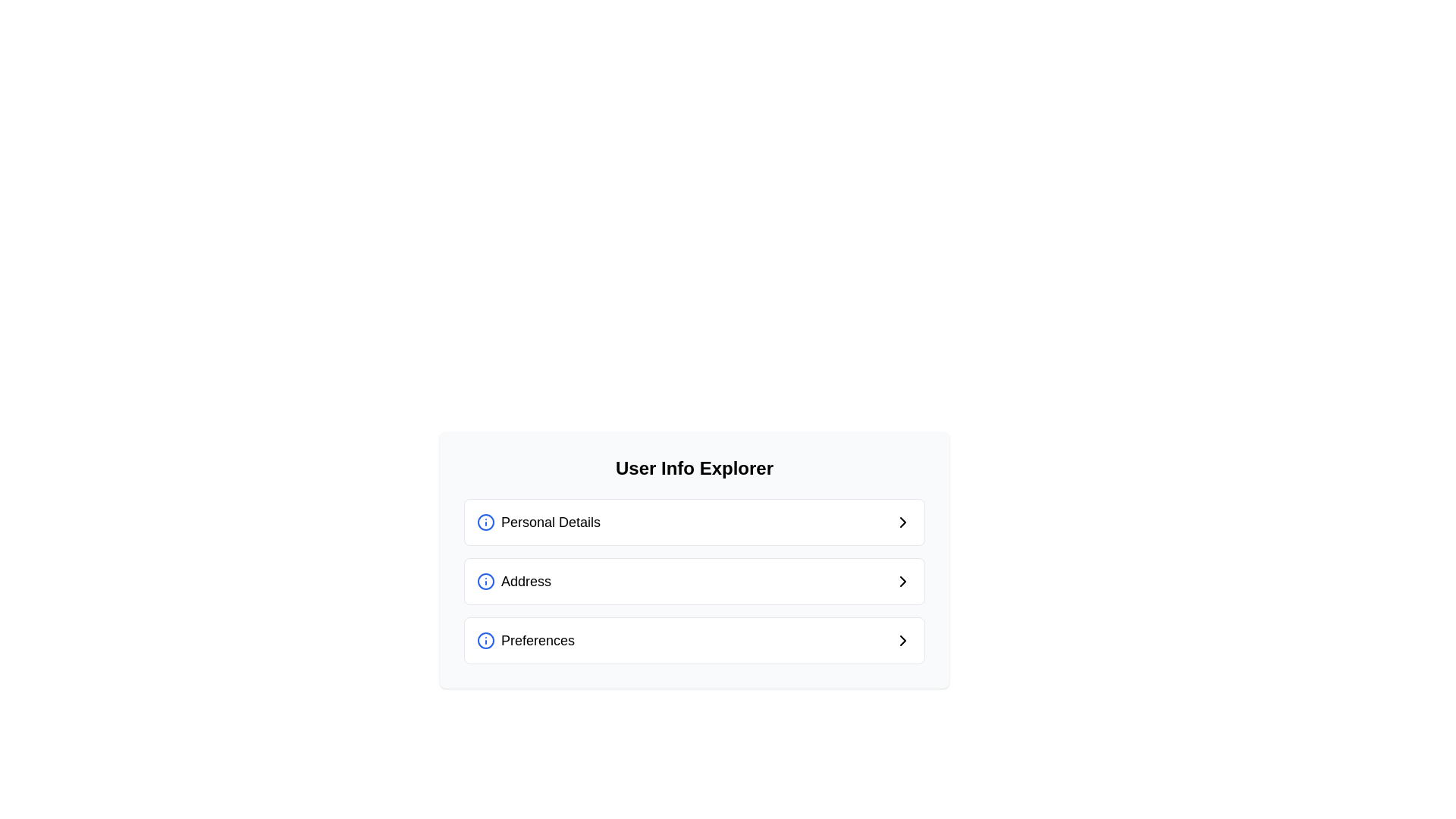 This screenshot has width=1456, height=819. Describe the element at coordinates (902, 640) in the screenshot. I see `the right-facing chevron icon in the Preferences row of the User Info Explorer interface` at that location.